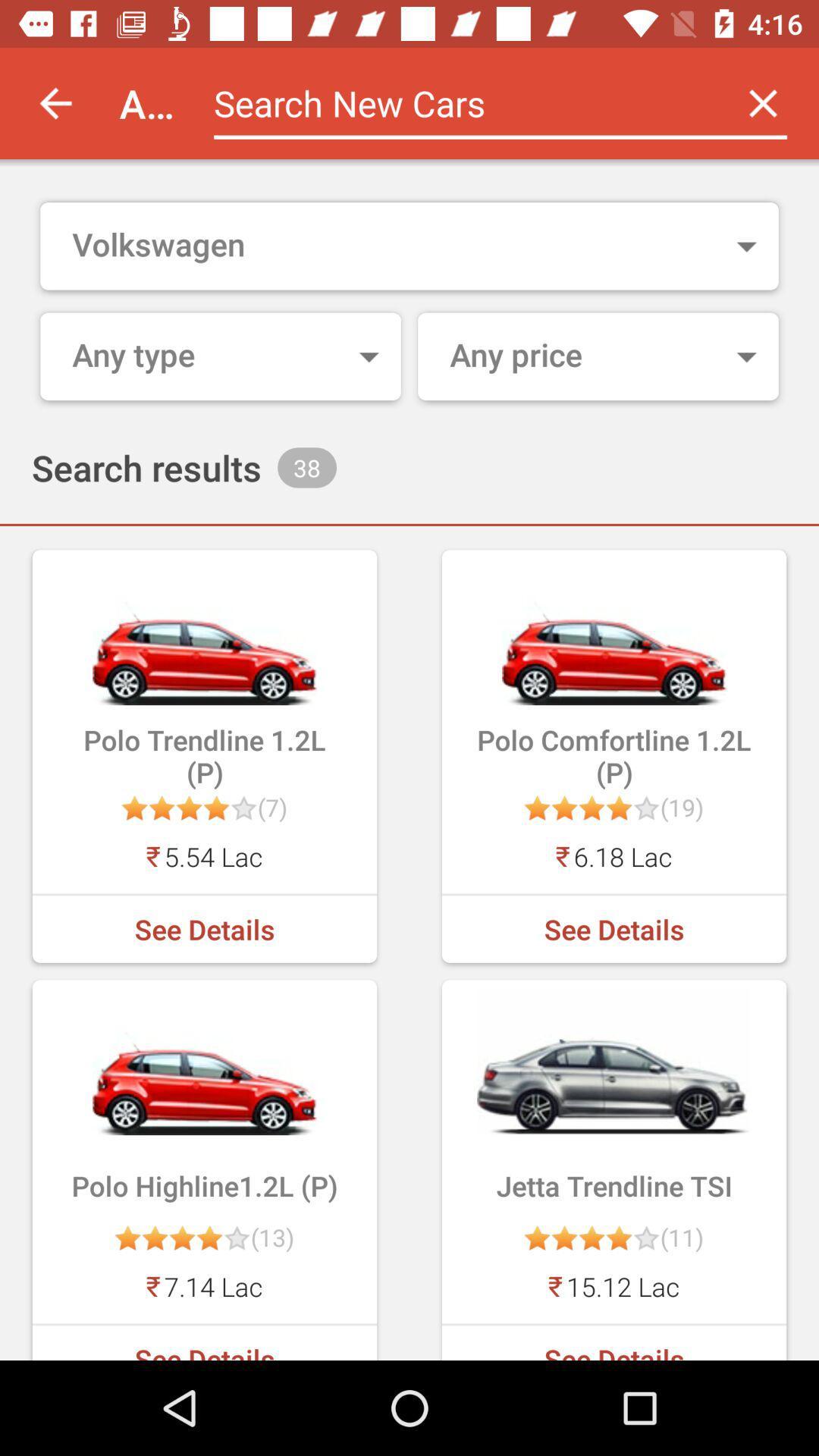 This screenshot has height=1456, width=819. Describe the element at coordinates (460, 102) in the screenshot. I see `search` at that location.